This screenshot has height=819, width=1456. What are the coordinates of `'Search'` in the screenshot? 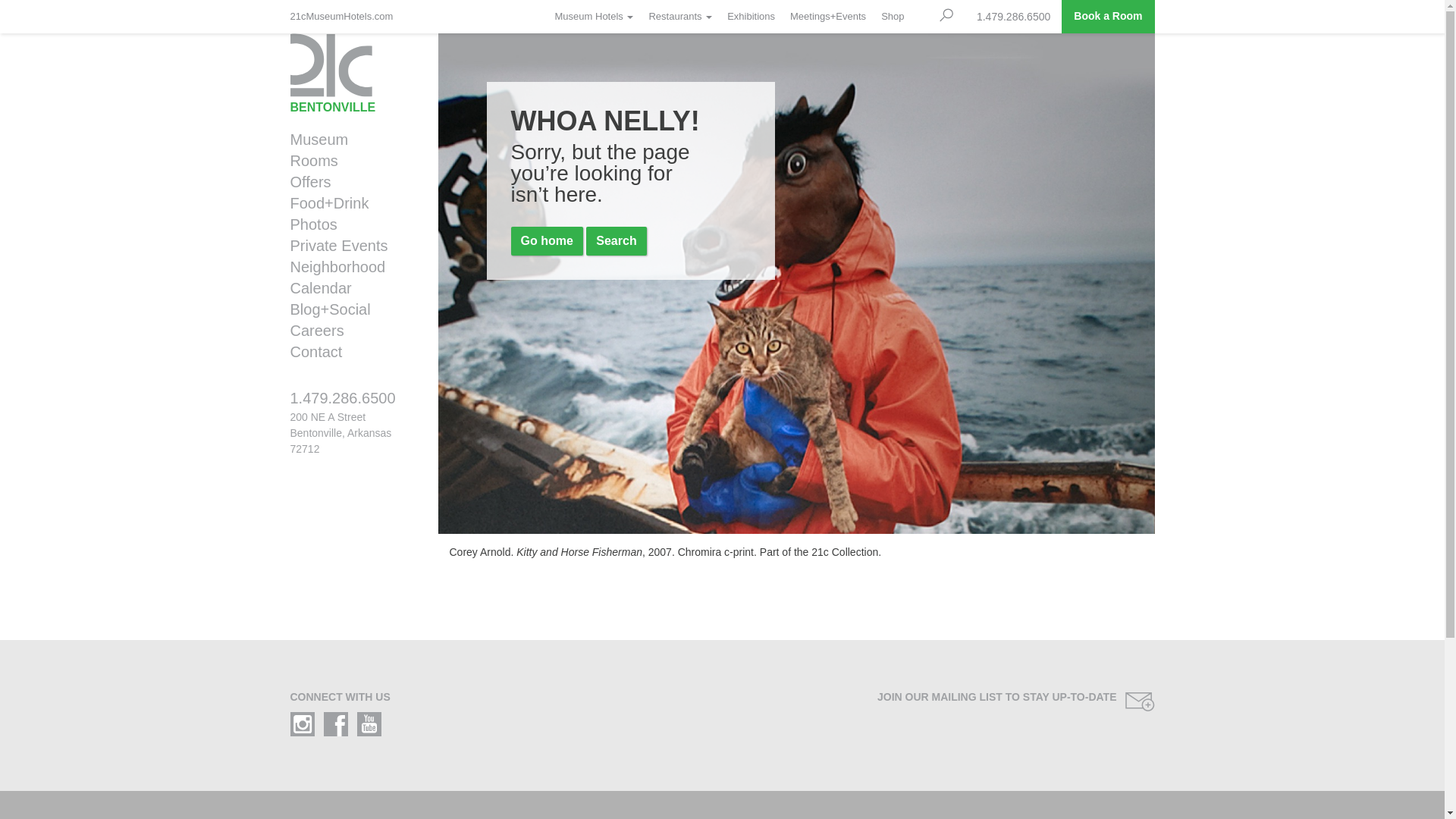 It's located at (616, 240).